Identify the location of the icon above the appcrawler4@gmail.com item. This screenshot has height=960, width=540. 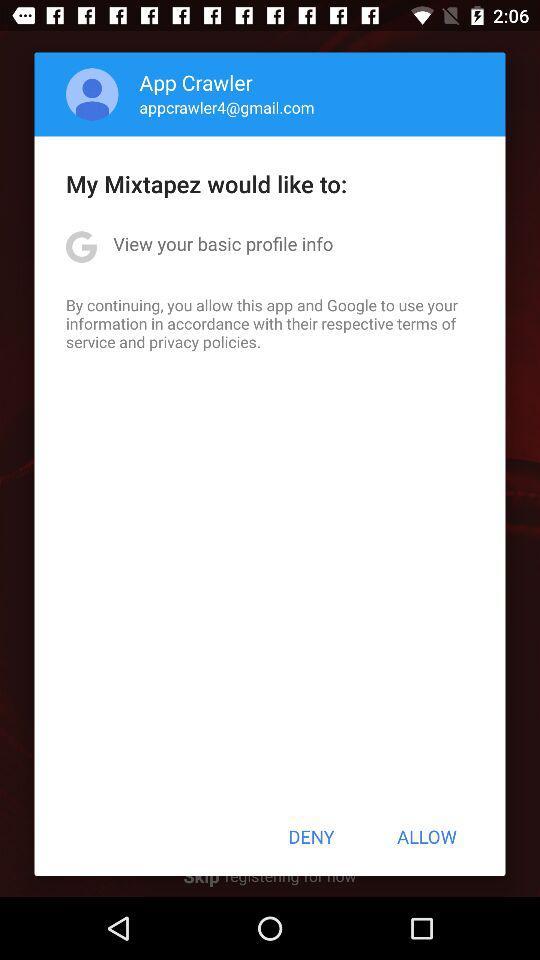
(196, 82).